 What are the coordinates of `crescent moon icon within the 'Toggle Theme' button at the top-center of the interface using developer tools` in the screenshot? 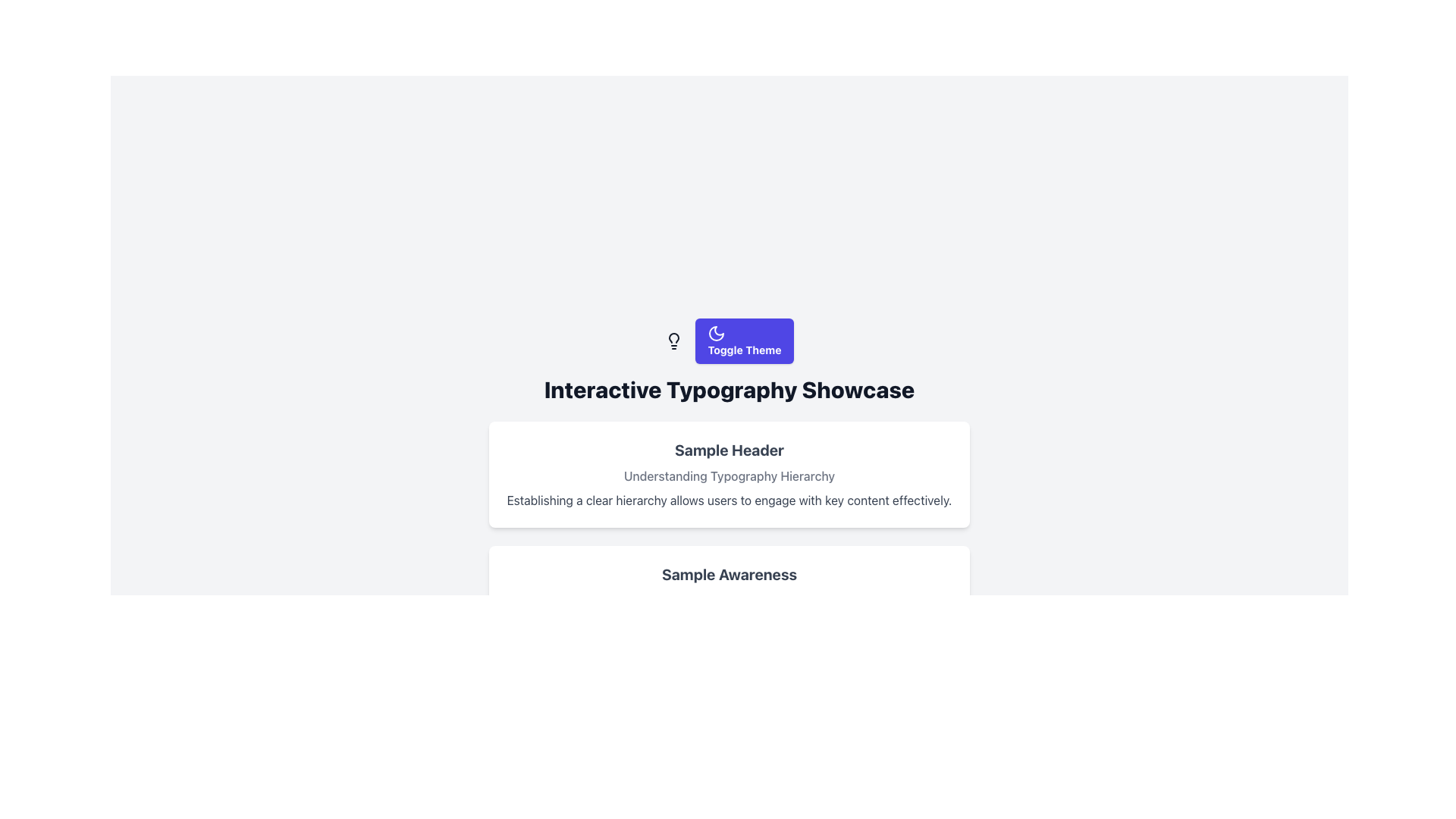 It's located at (716, 332).